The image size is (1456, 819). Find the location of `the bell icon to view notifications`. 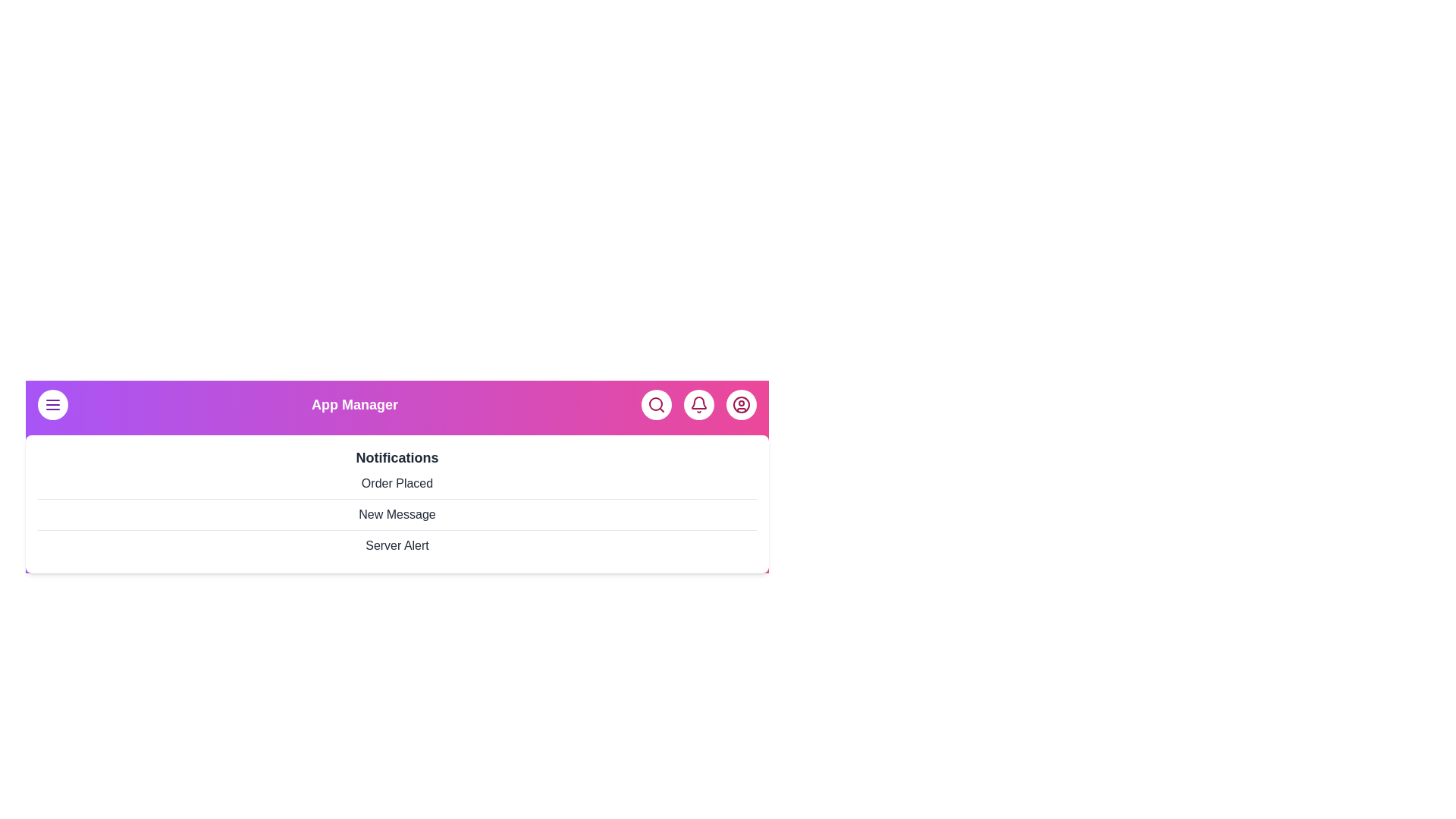

the bell icon to view notifications is located at coordinates (698, 403).